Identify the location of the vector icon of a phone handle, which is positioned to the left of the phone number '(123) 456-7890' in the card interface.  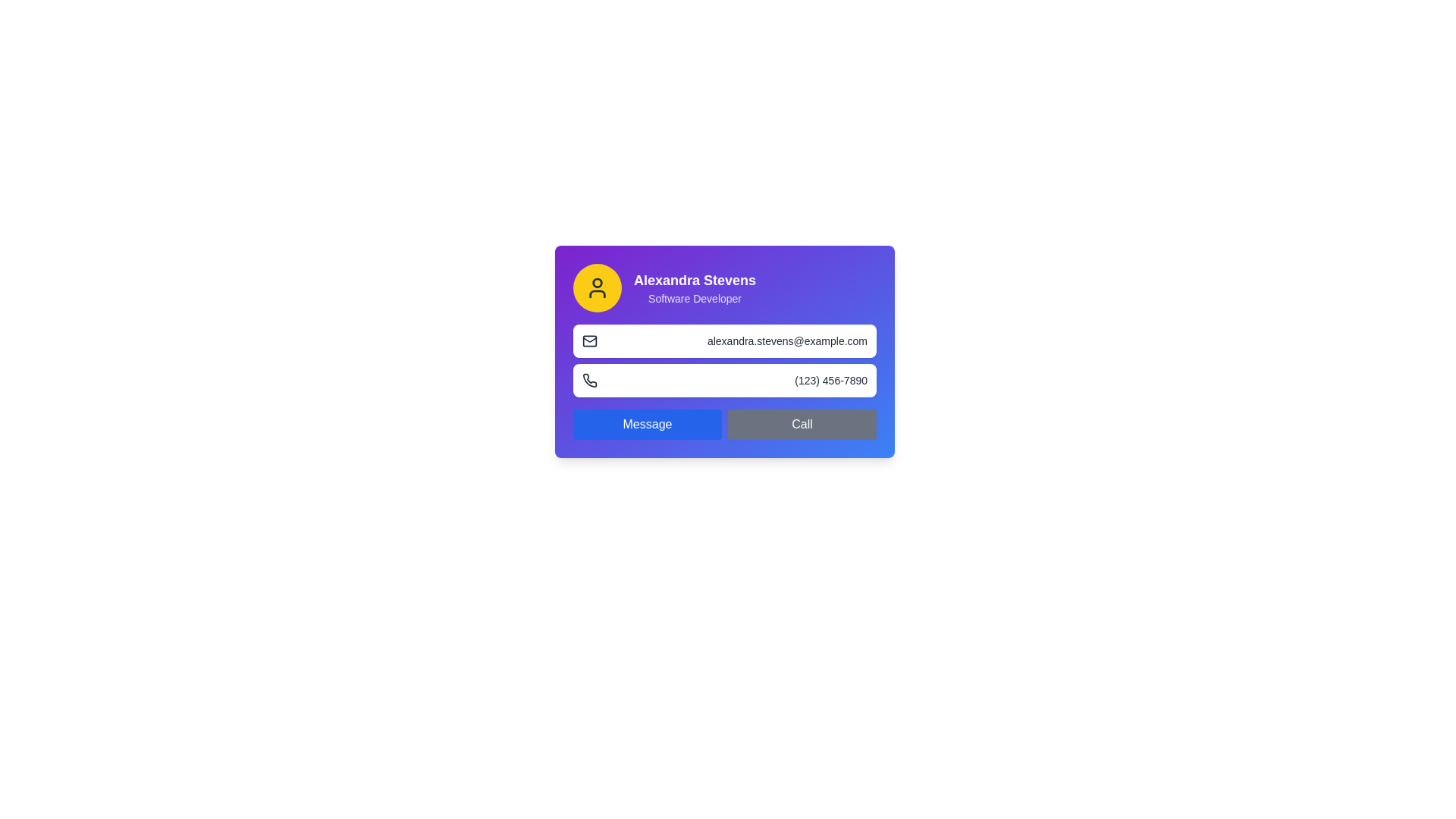
(588, 379).